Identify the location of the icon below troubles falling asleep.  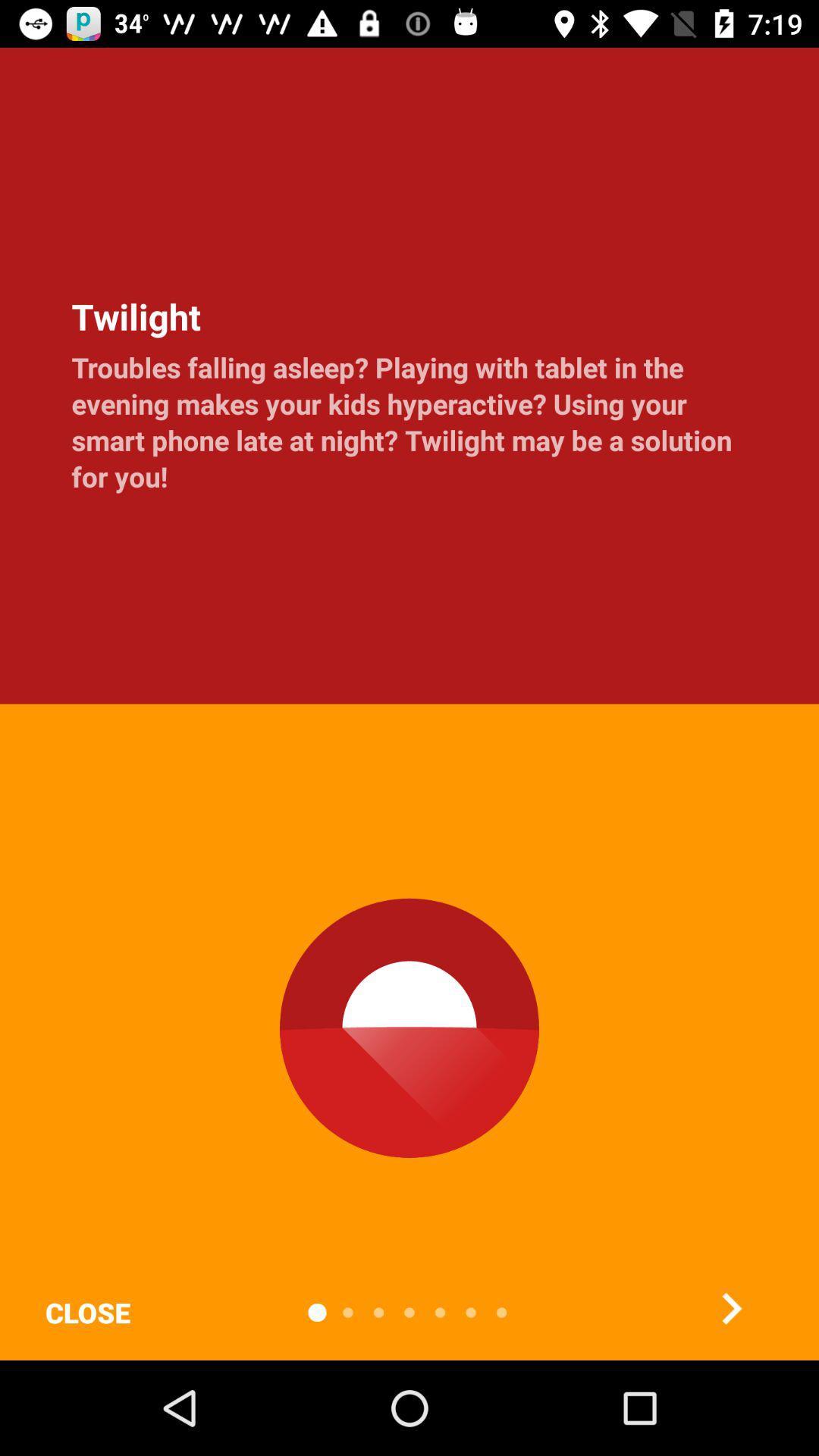
(87, 1312).